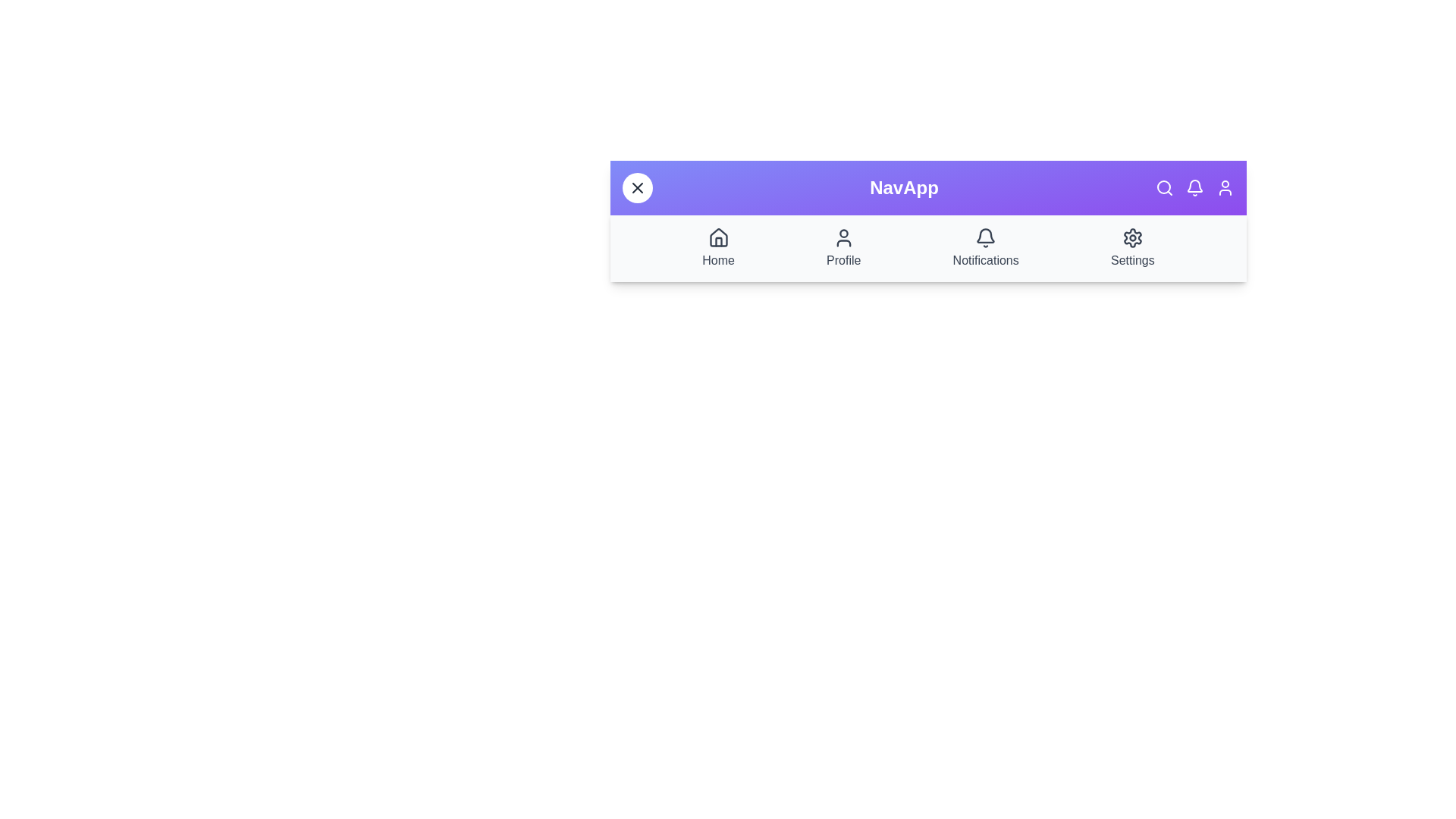 This screenshot has height=819, width=1456. Describe the element at coordinates (986, 247) in the screenshot. I see `the Notifications navigation button` at that location.